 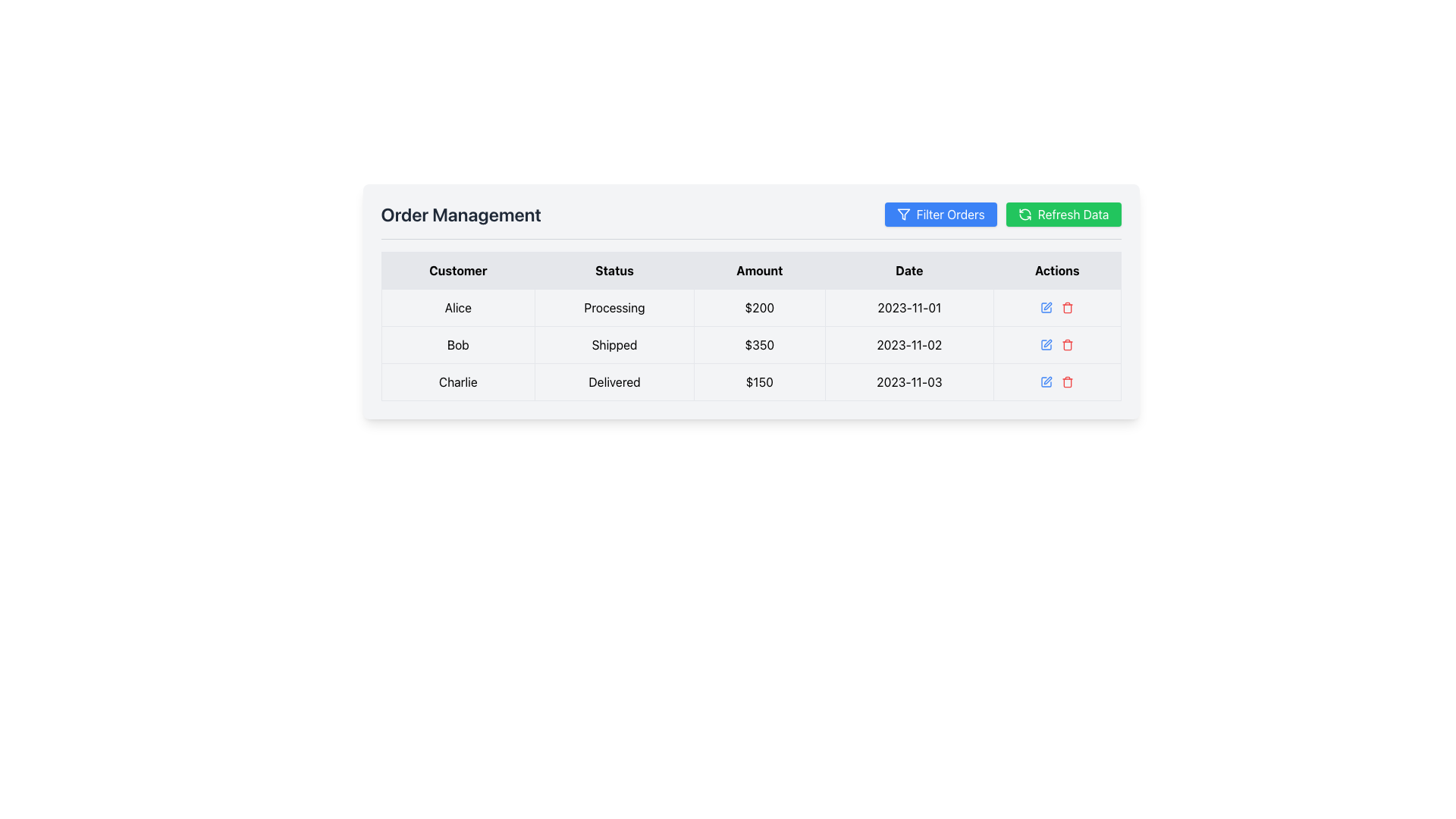 I want to click on the text label displaying the name of the customer in the first row of the table under the 'Customer' column, so click(x=457, y=307).